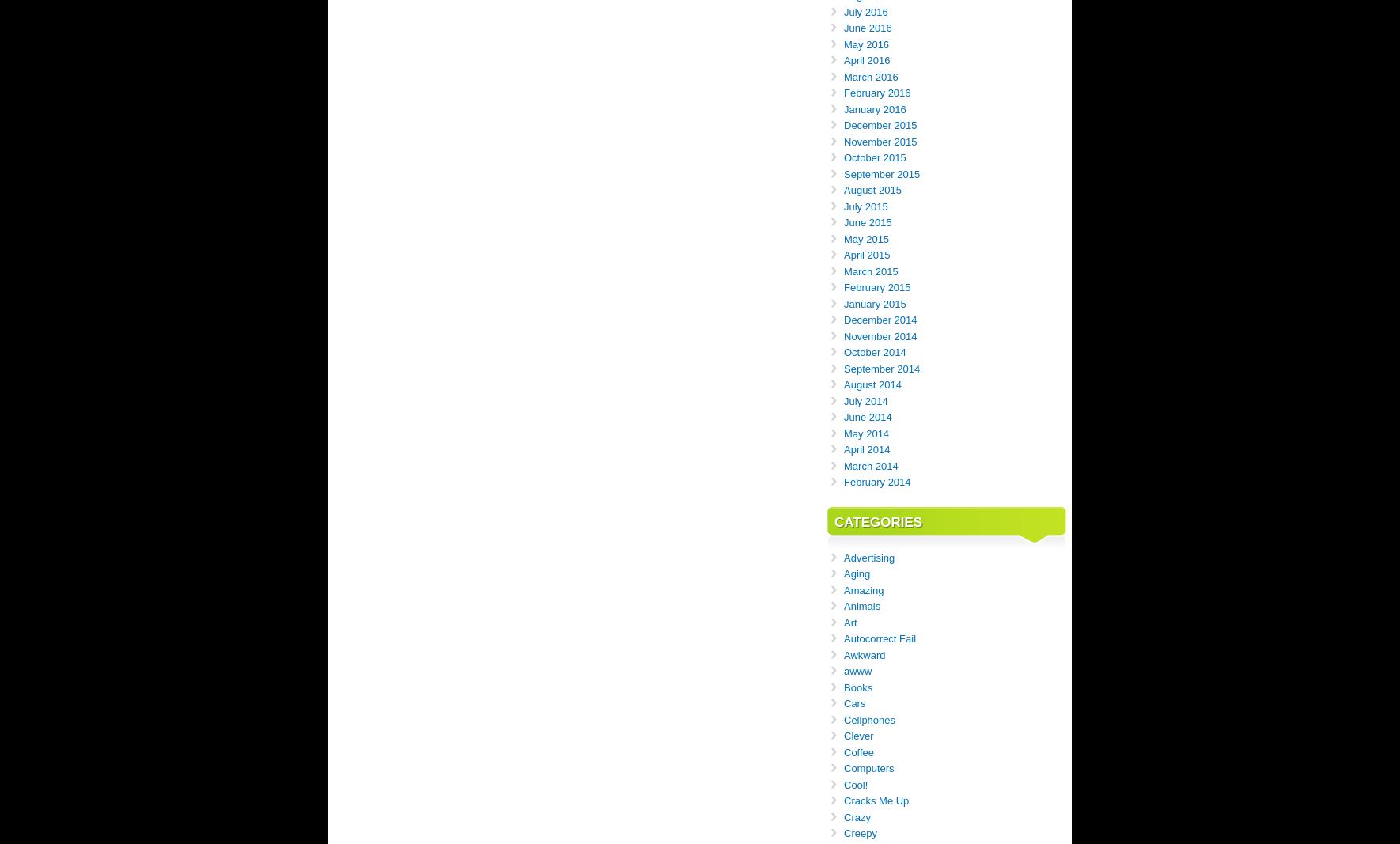 This screenshot has width=1400, height=844. I want to click on 'January 2015', so click(875, 302).